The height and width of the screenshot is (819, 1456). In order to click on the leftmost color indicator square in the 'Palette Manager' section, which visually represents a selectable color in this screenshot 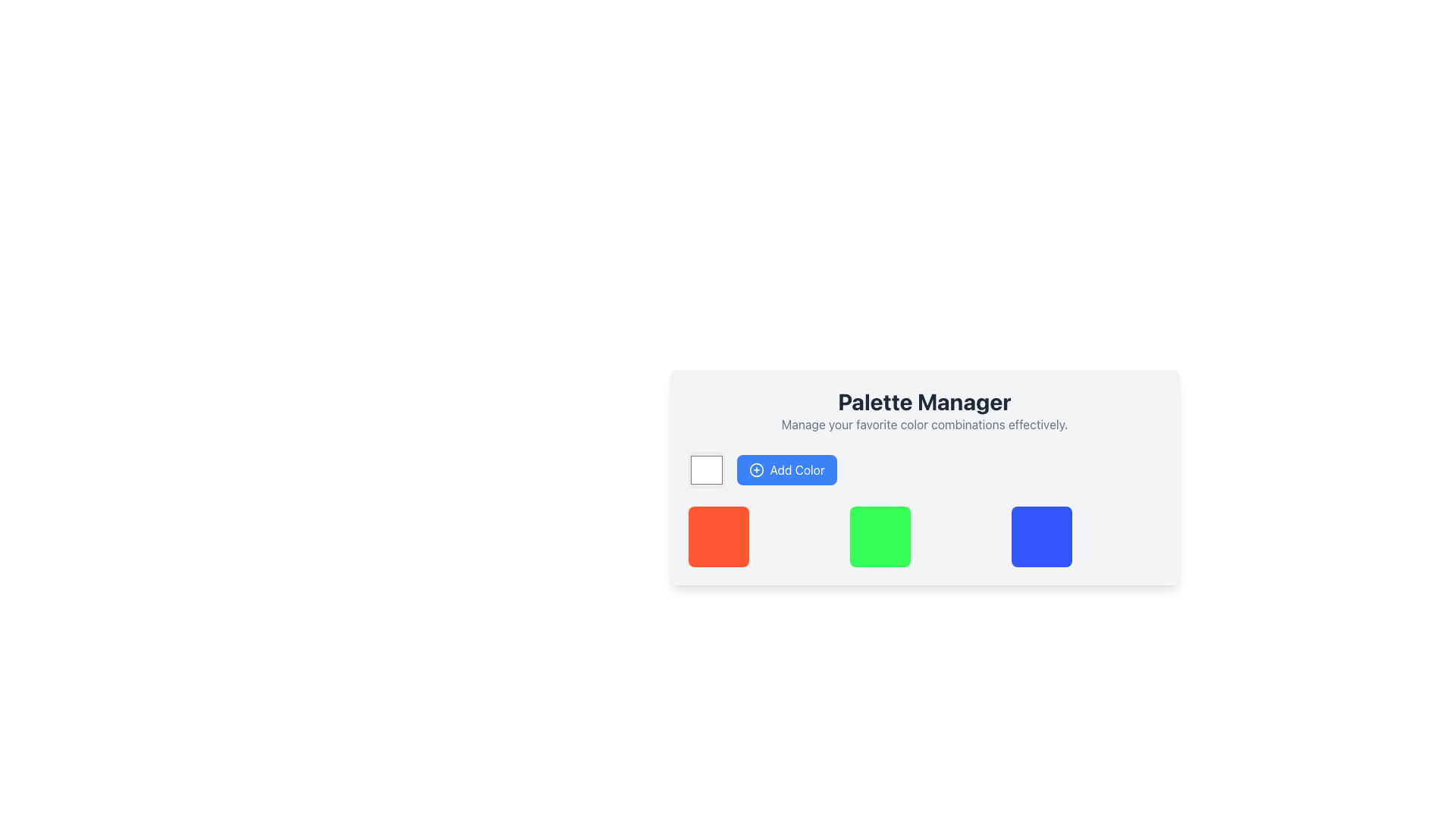, I will do `click(717, 536)`.